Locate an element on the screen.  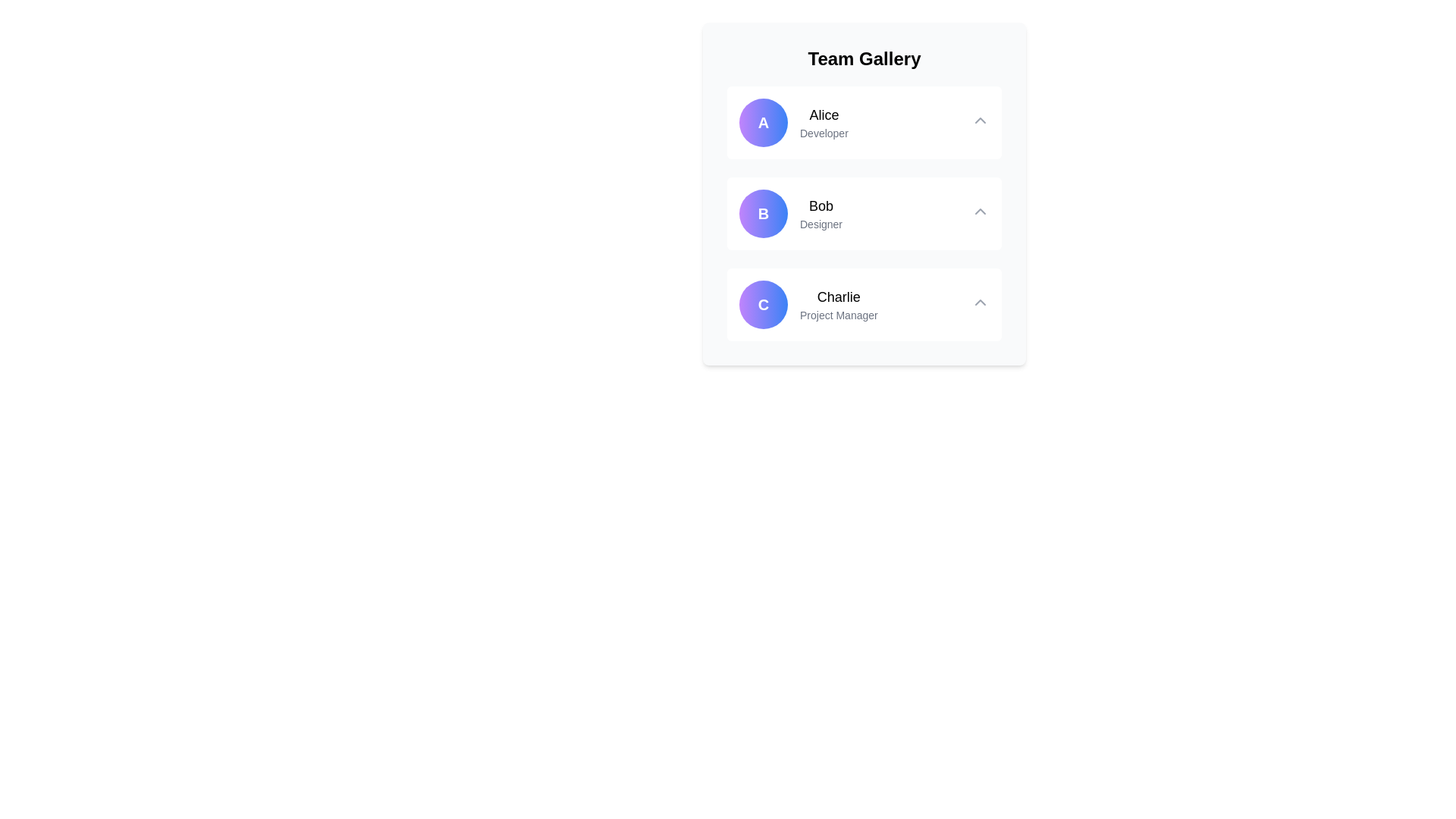
the circular avatar with a gradient background and the bold white letter 'B' centered within, which is the first item in the section for 'Bob' is located at coordinates (764, 213).